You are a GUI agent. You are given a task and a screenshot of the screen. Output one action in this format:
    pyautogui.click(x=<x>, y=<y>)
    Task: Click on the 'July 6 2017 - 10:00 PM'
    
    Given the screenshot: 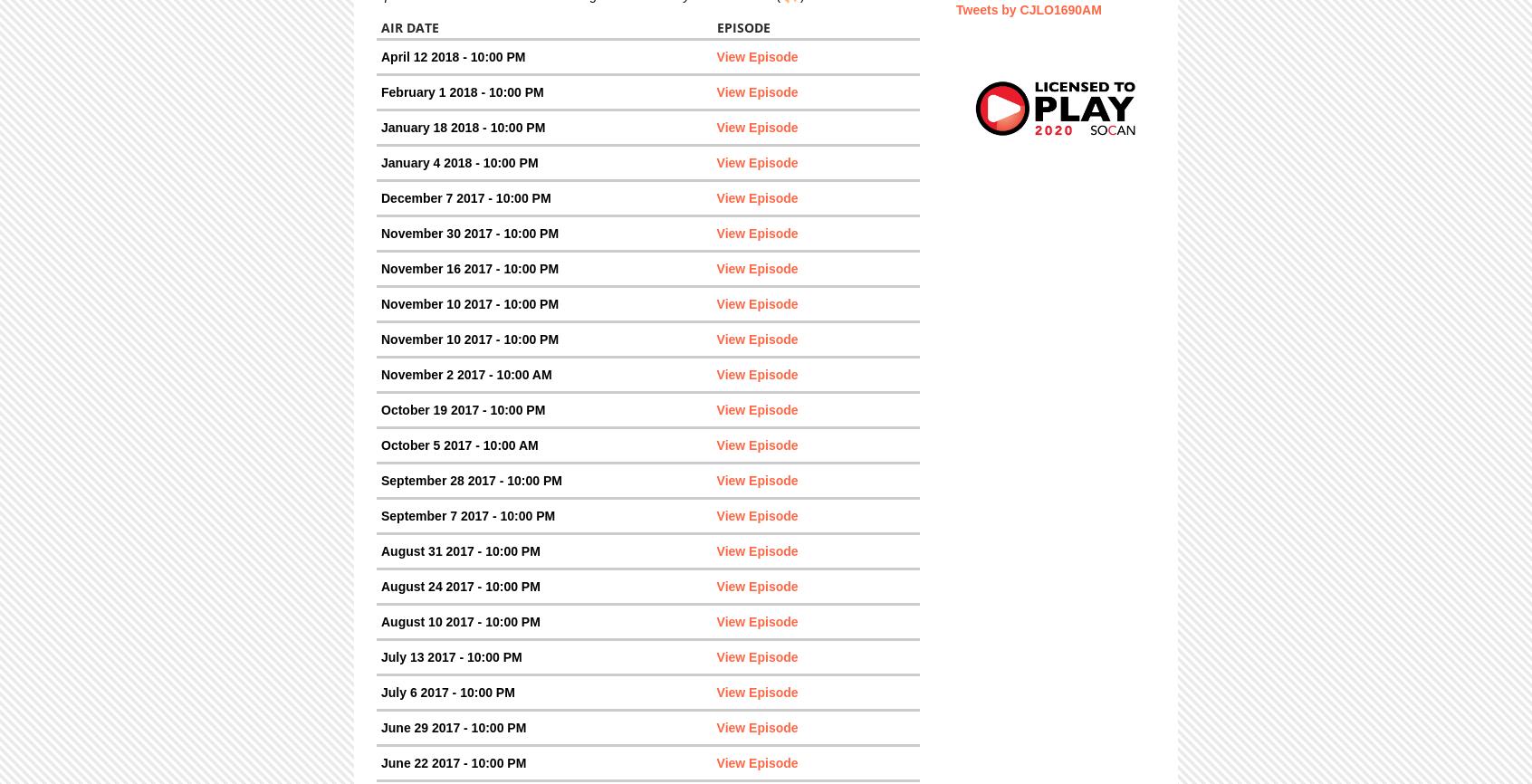 What is the action you would take?
    pyautogui.click(x=447, y=690)
    